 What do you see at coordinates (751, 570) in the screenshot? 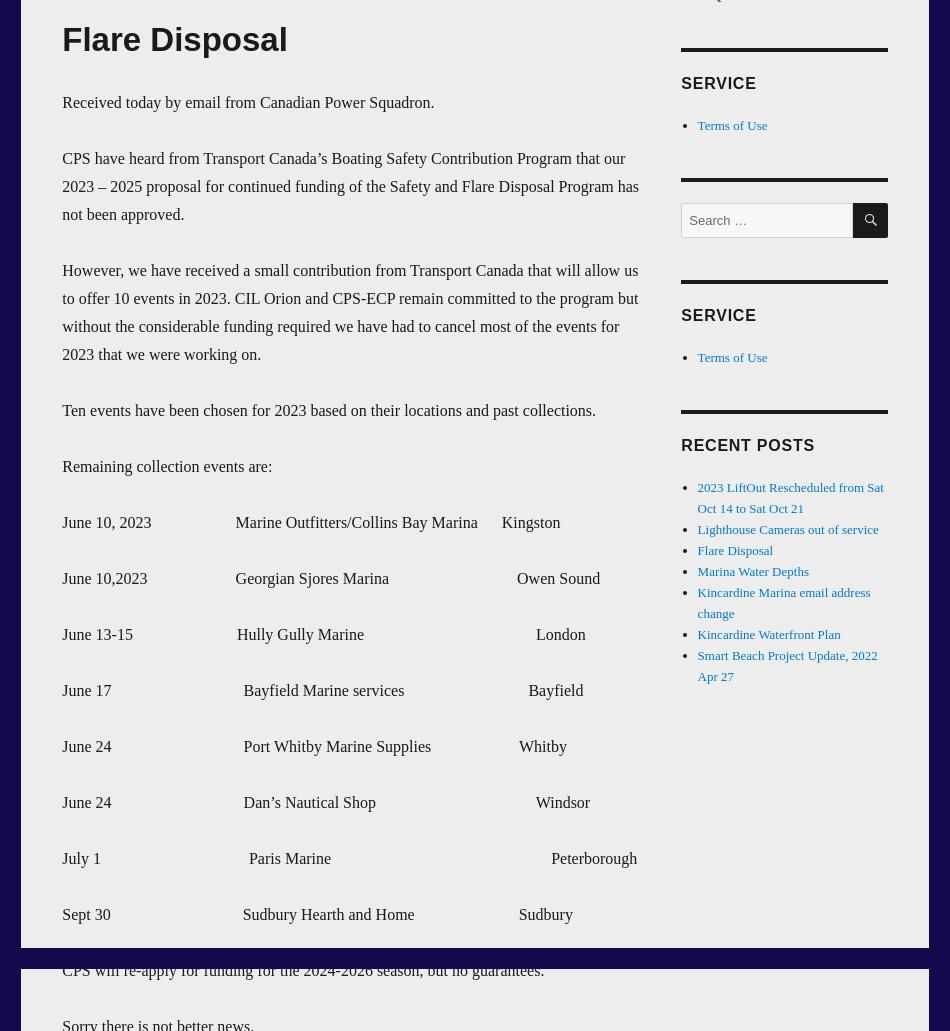
I see `'Marina Water Depths'` at bounding box center [751, 570].